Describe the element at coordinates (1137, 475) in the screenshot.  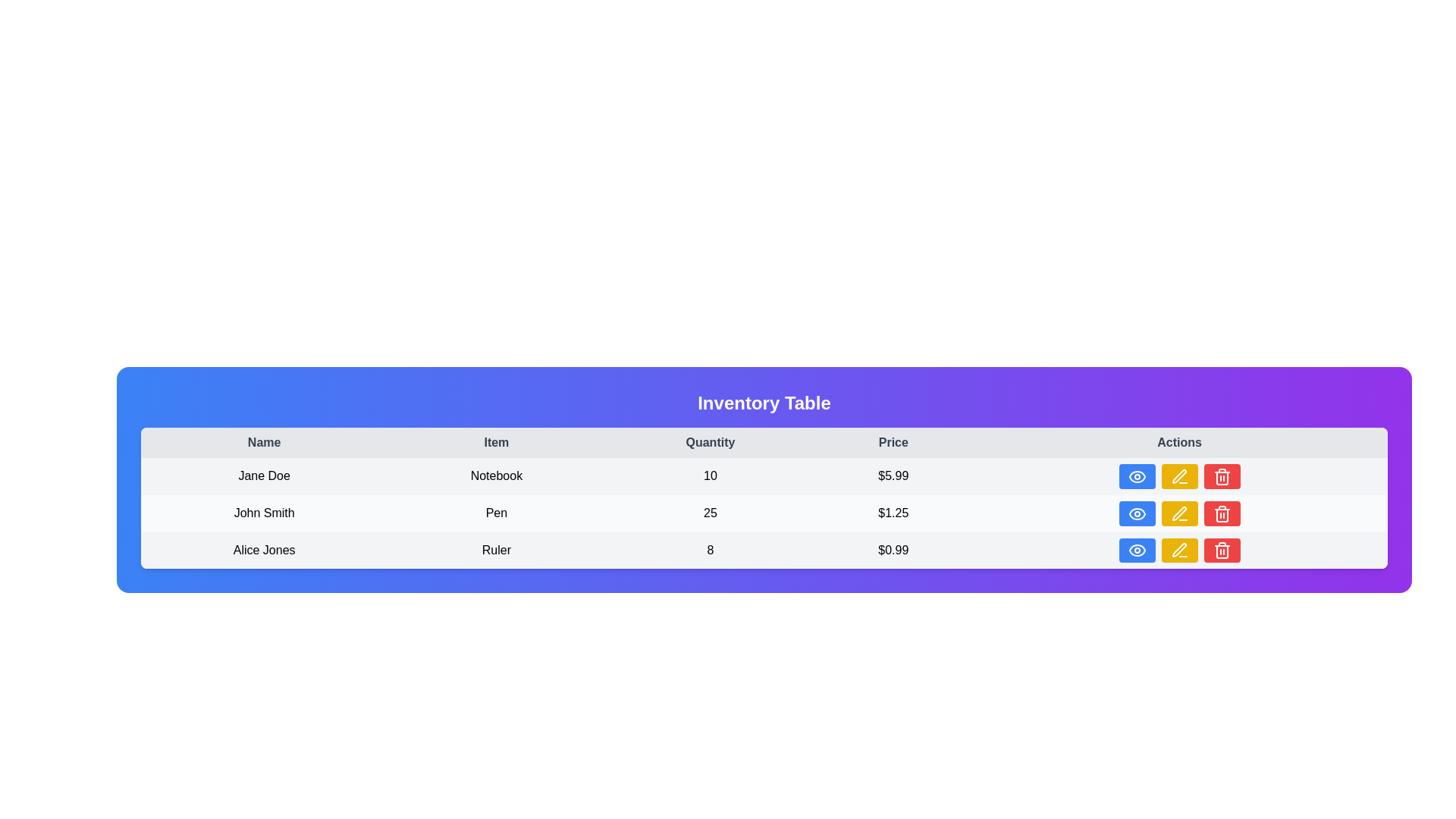
I see `the eye icon within the blue button located in the 'Actions' column of the inventory table for 'John Smith'` at that location.